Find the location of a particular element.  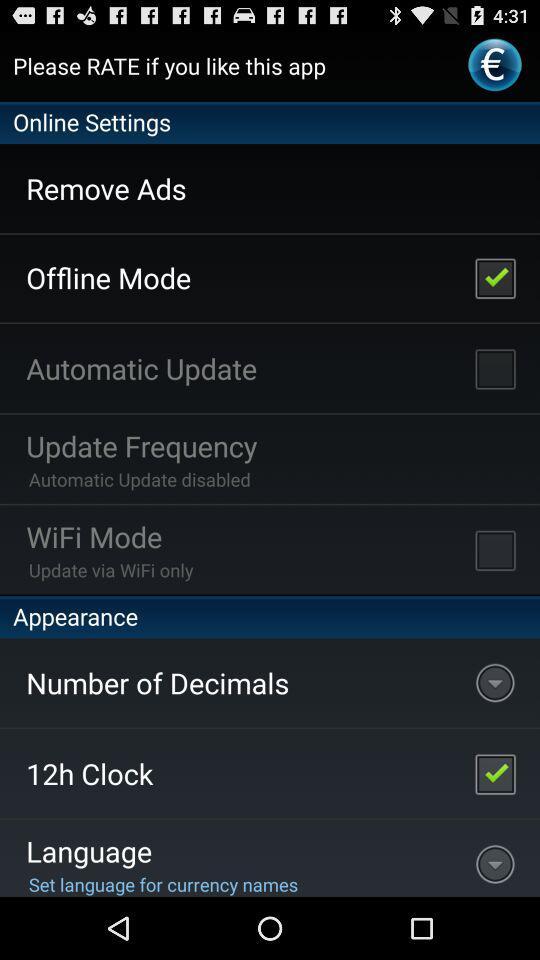

click on appearance 12h clock is located at coordinates (494, 772).